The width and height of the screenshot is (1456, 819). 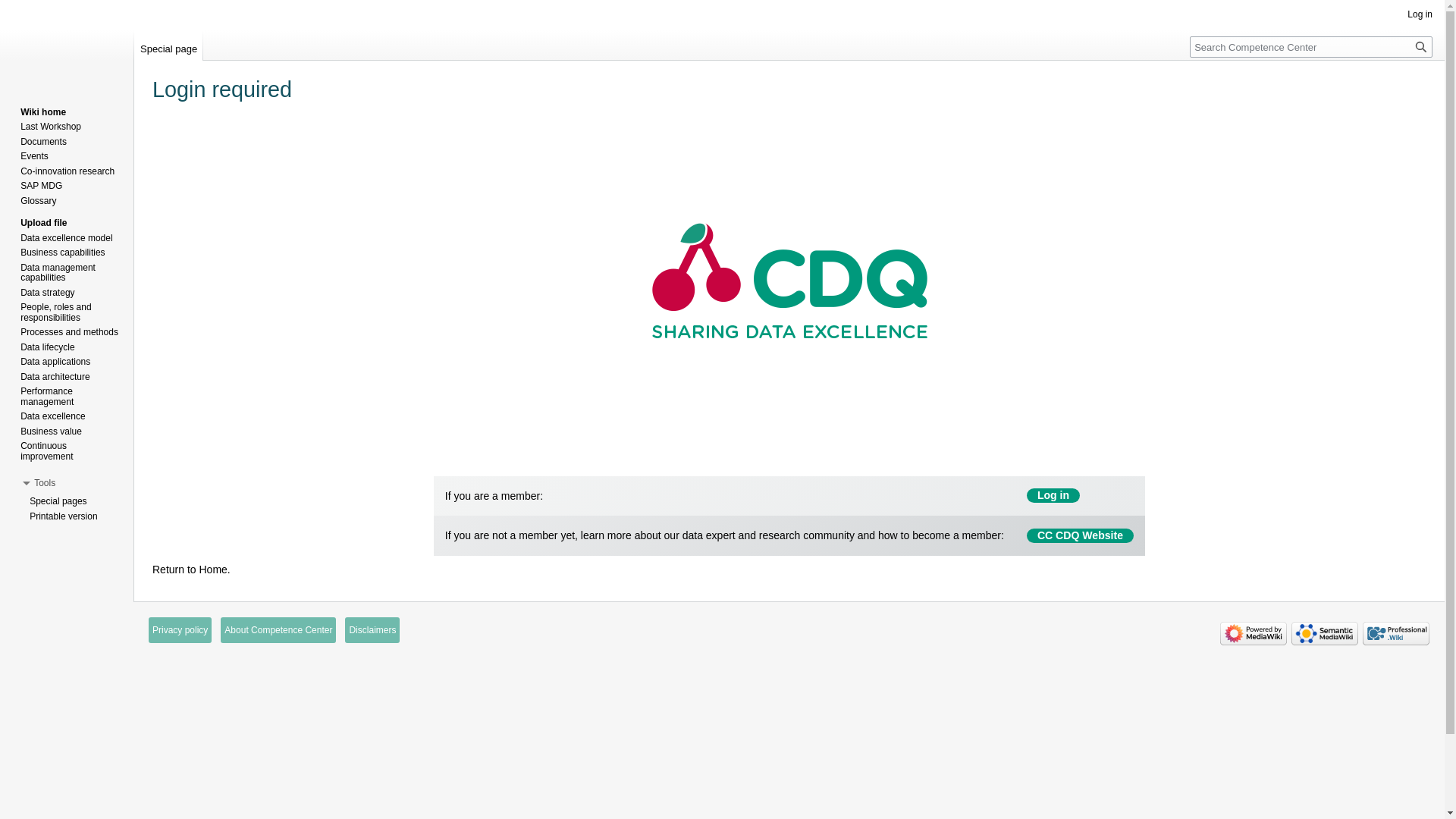 I want to click on 'Data management capabilities', so click(x=58, y=271).